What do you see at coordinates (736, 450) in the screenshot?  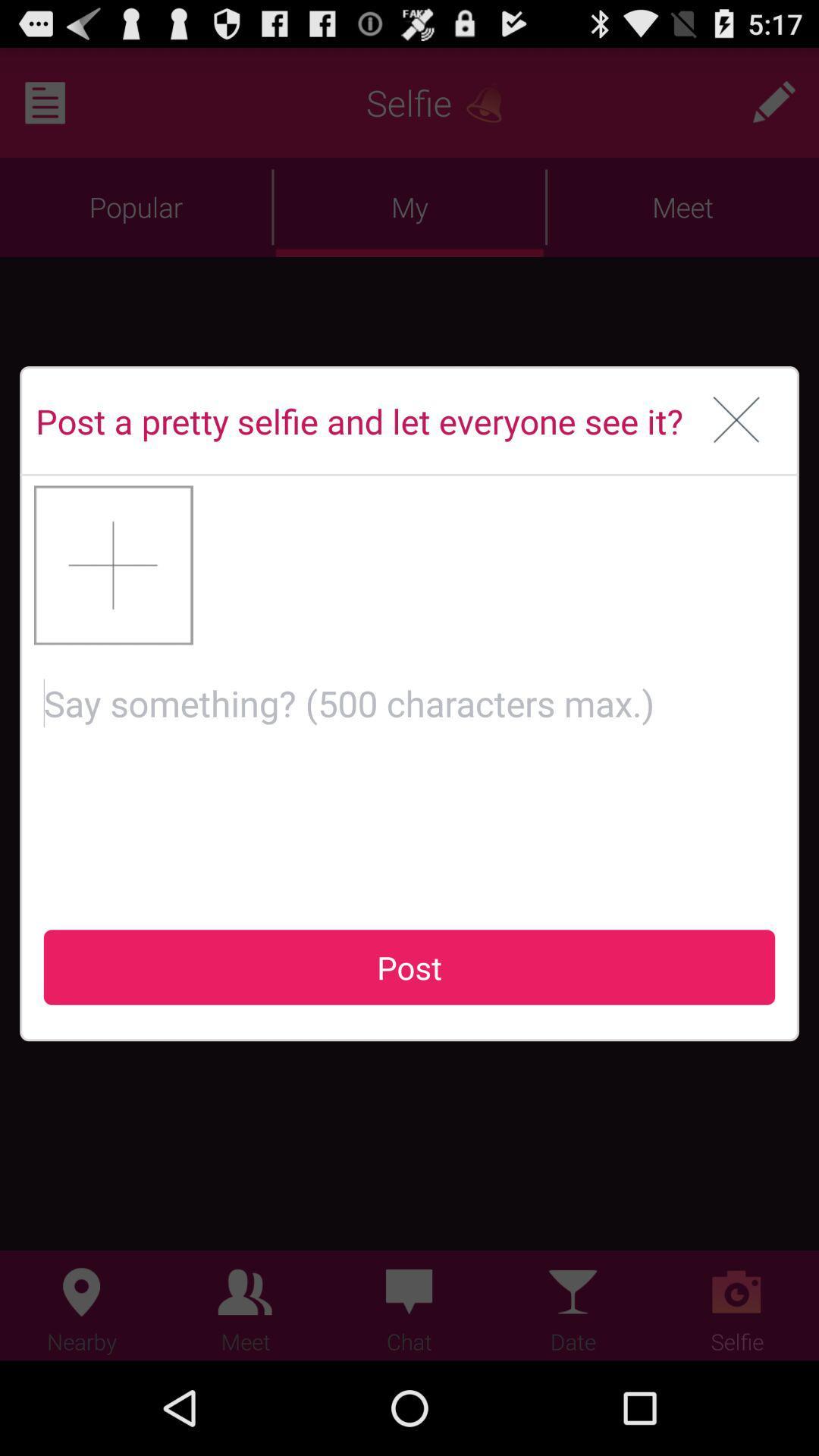 I see `the close icon` at bounding box center [736, 450].